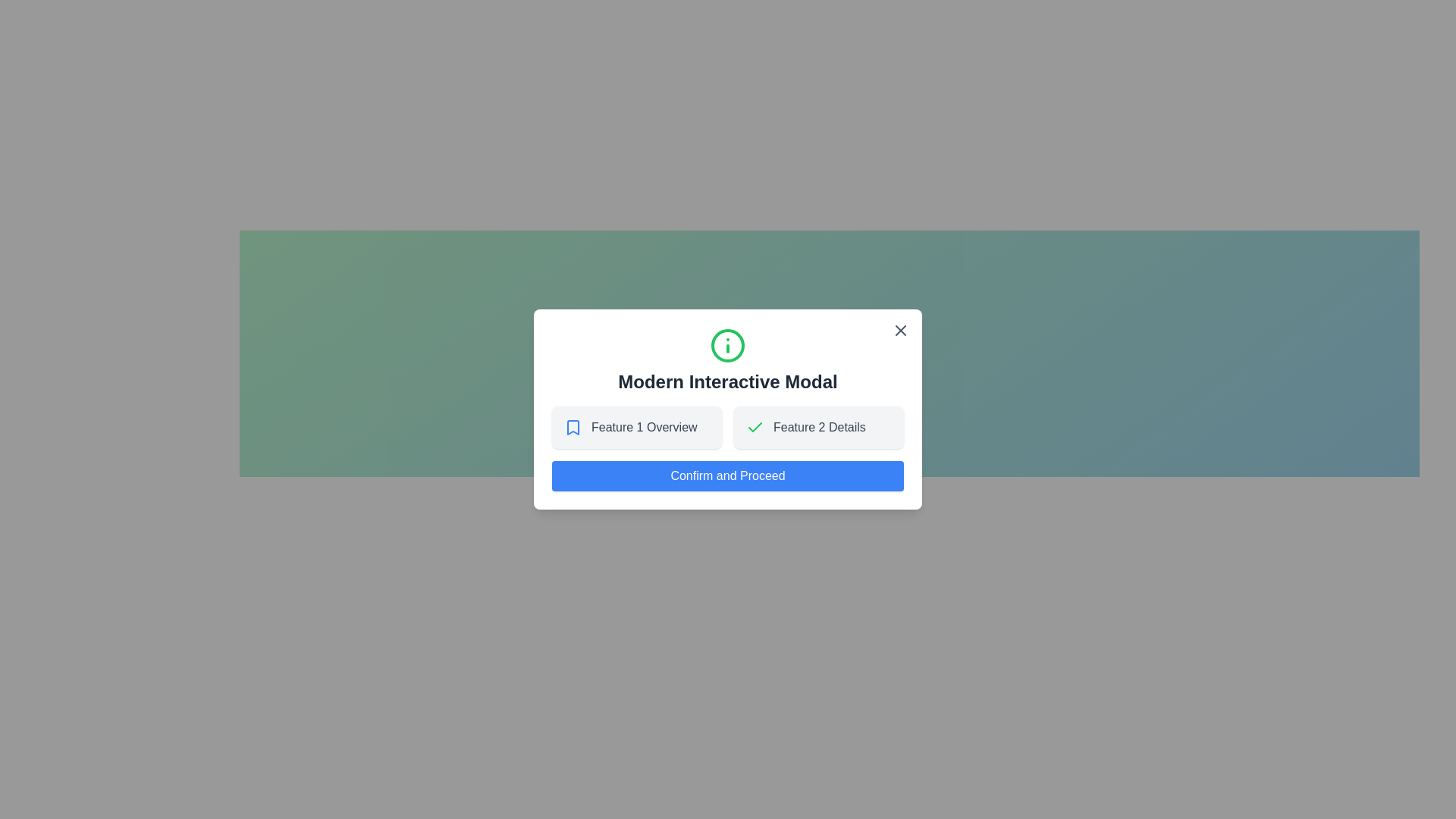  I want to click on the close button located at the top-right corner of the modal dialog adjacent to the title 'Modern Interactive Modal', so click(901, 329).